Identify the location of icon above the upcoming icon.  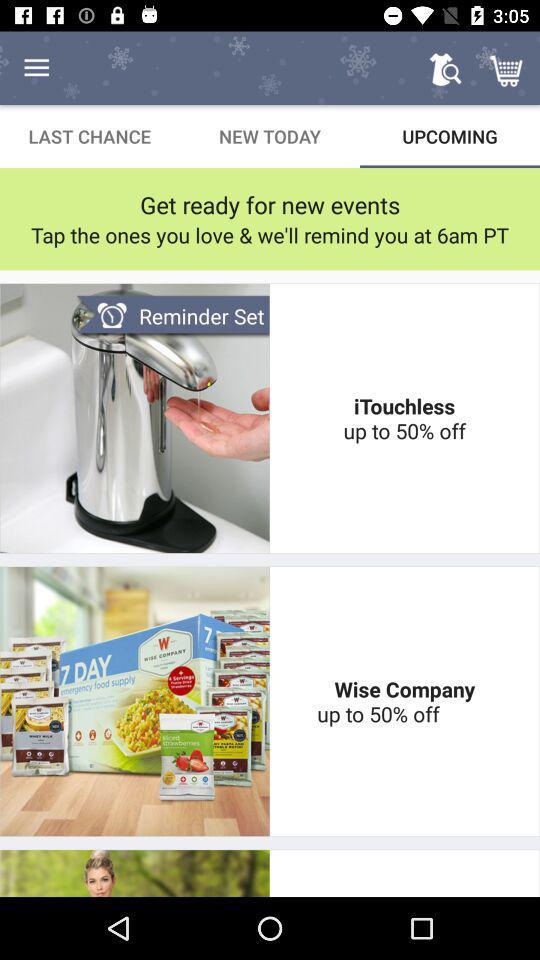
(508, 68).